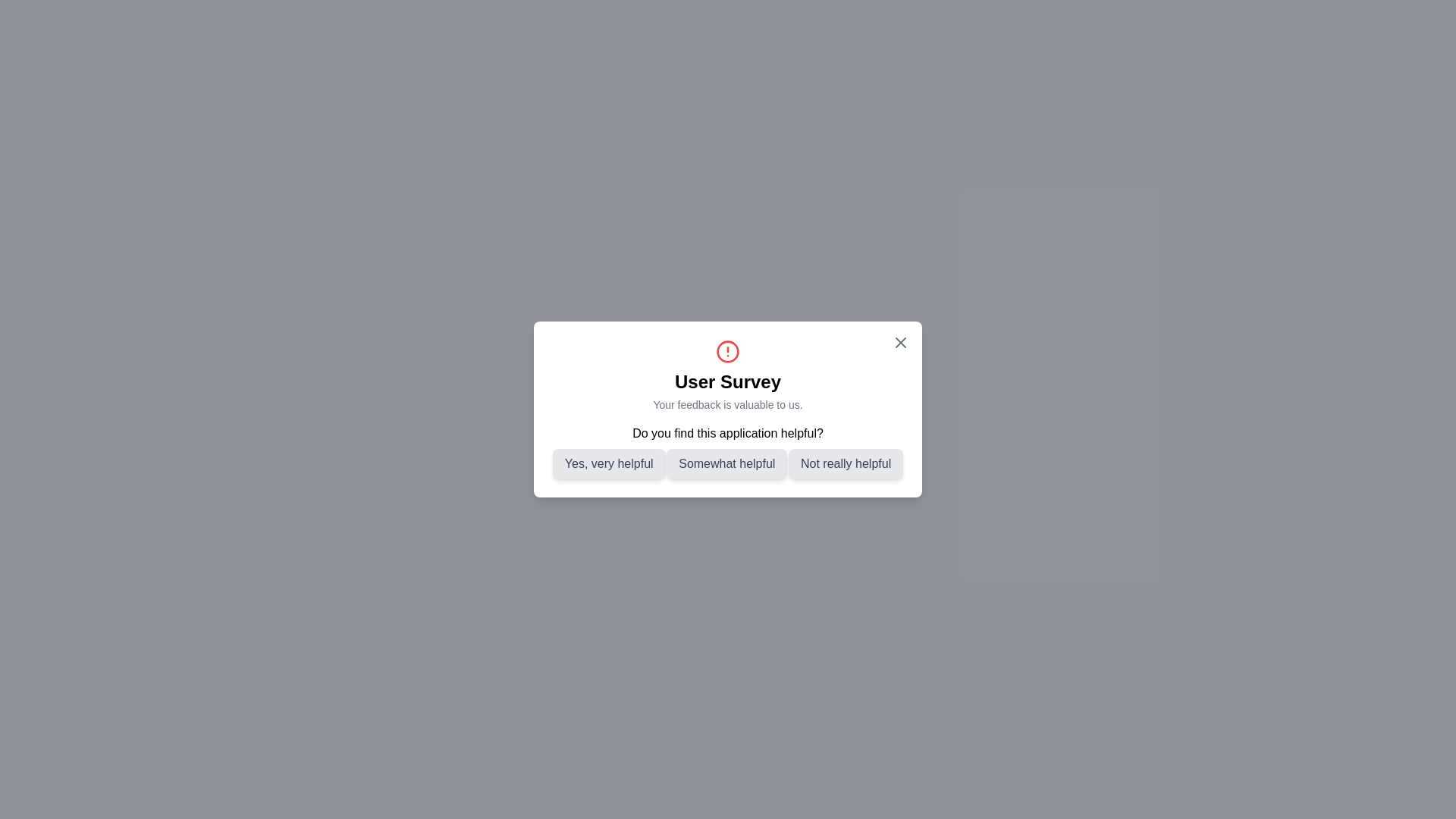  What do you see at coordinates (845, 463) in the screenshot?
I see `the feedback button that indicates the application is not very helpful in the pop-up survey window to change its background color` at bounding box center [845, 463].